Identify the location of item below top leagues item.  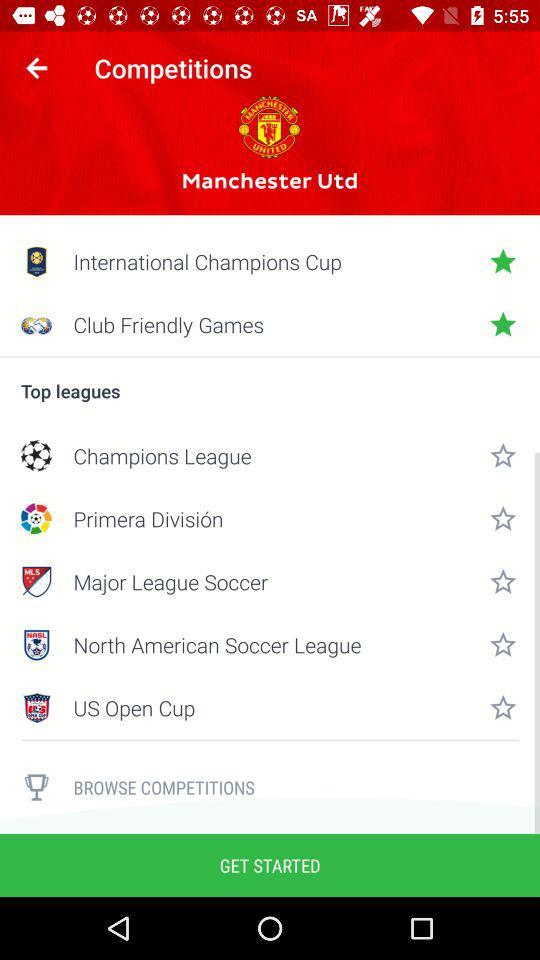
(270, 456).